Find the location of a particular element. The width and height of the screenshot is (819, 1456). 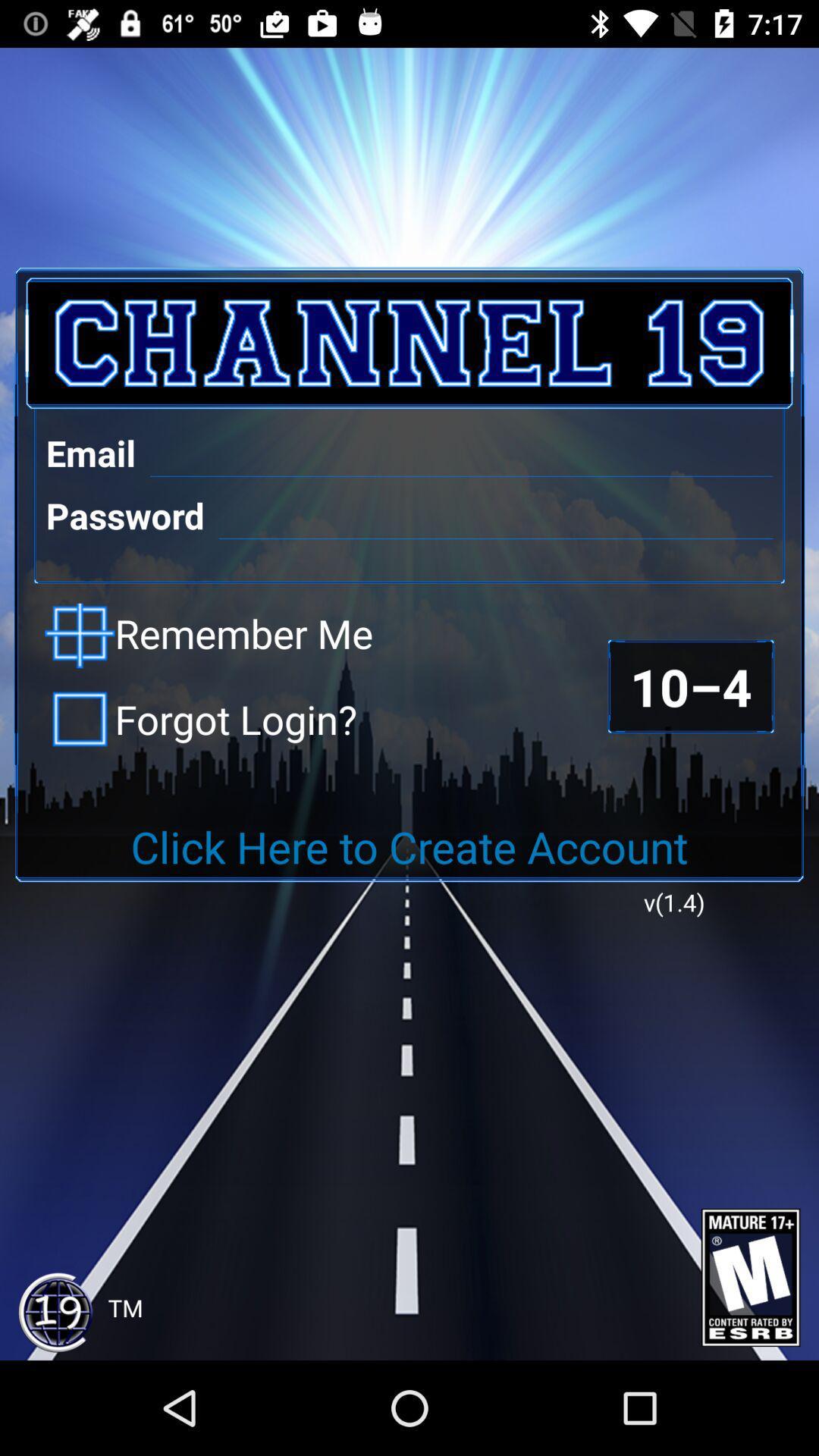

icon below password icon is located at coordinates (209, 635).